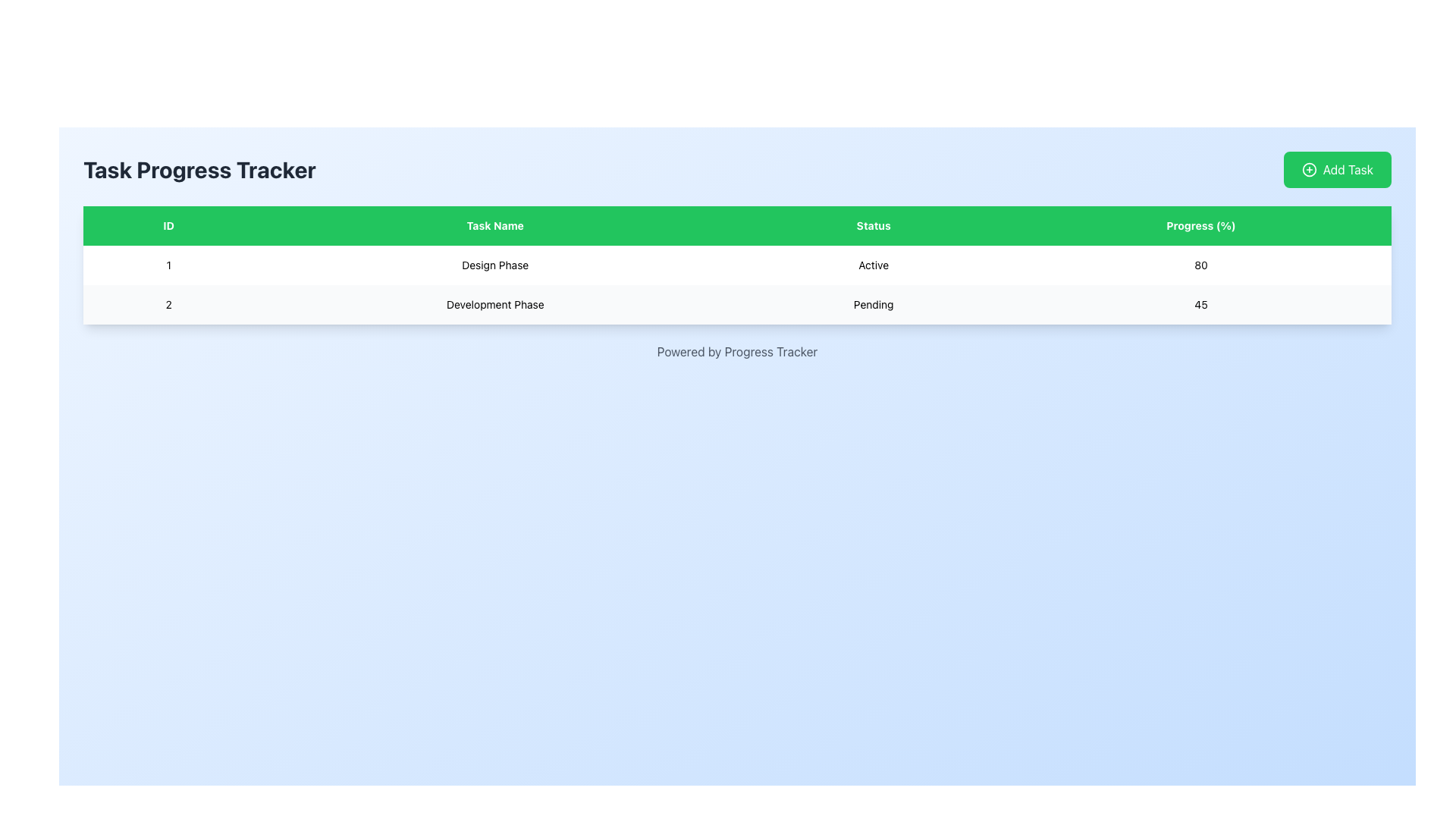 The image size is (1456, 819). Describe the element at coordinates (199, 169) in the screenshot. I see `the Text Label that serves as a header for tracking progress on tasks, located at the top-left corner of the interface` at that location.